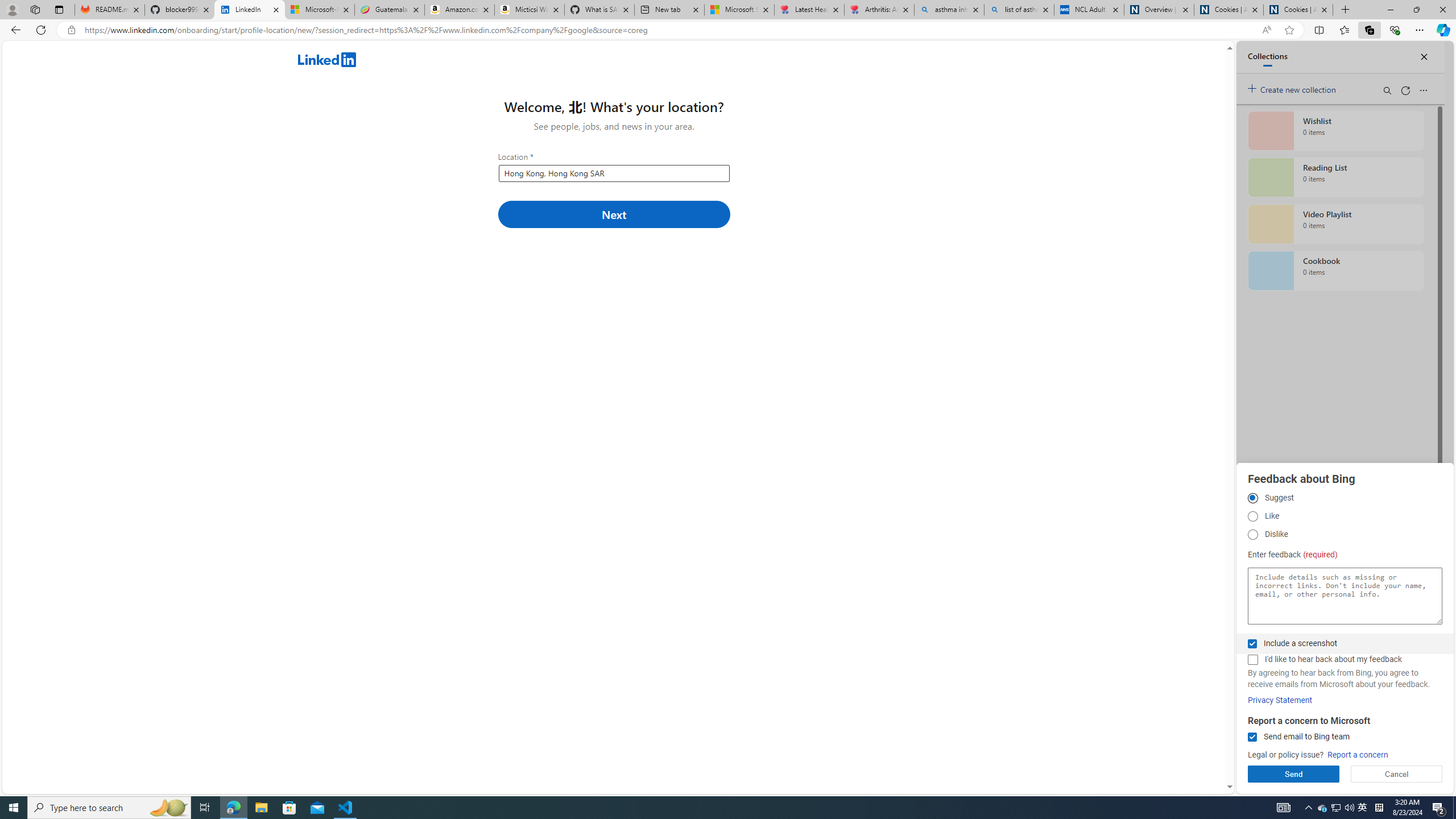  I want to click on 'I', so click(1252, 659).